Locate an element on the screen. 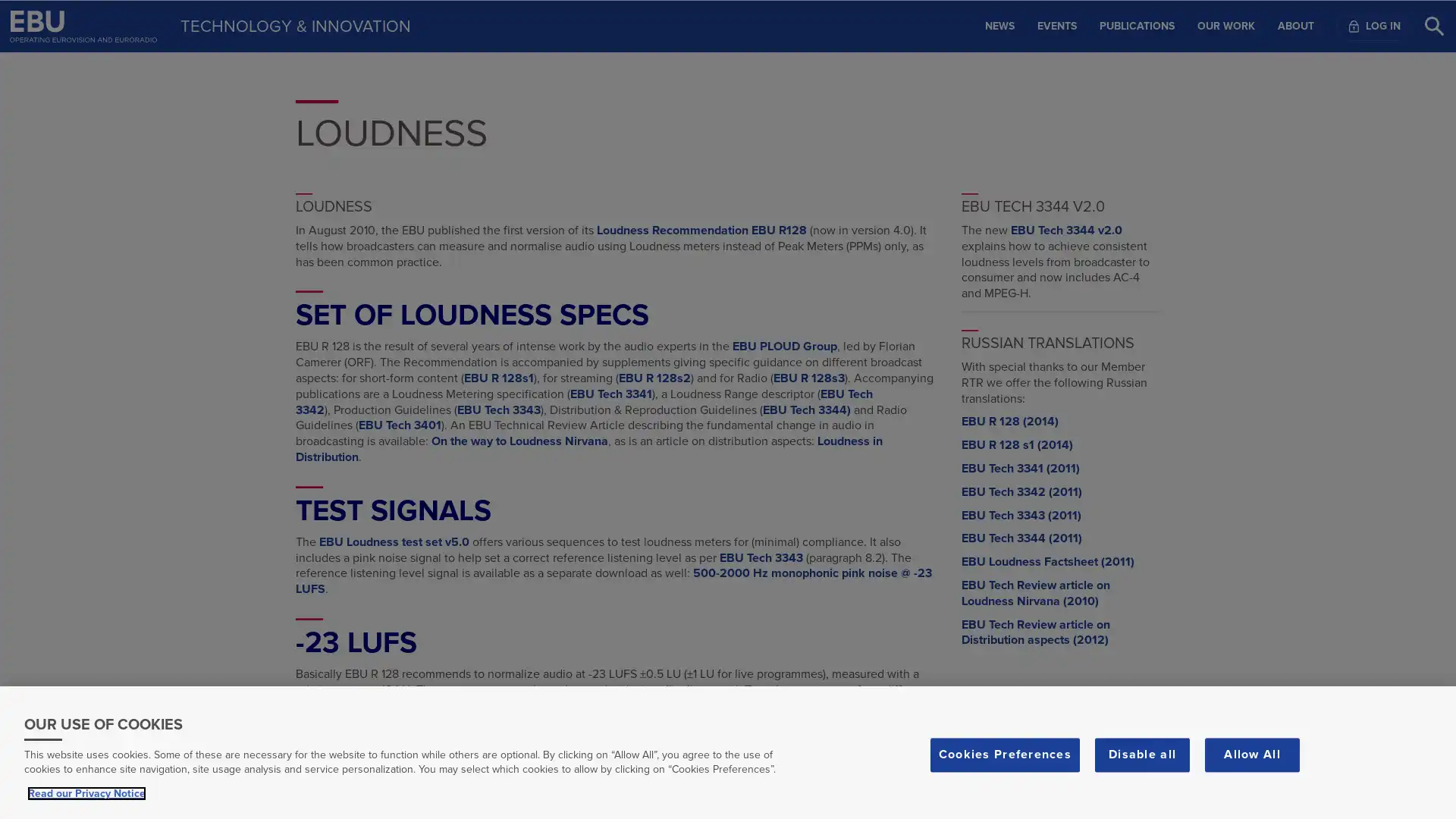 This screenshot has width=1456, height=819. Disable all is located at coordinates (1142, 755).